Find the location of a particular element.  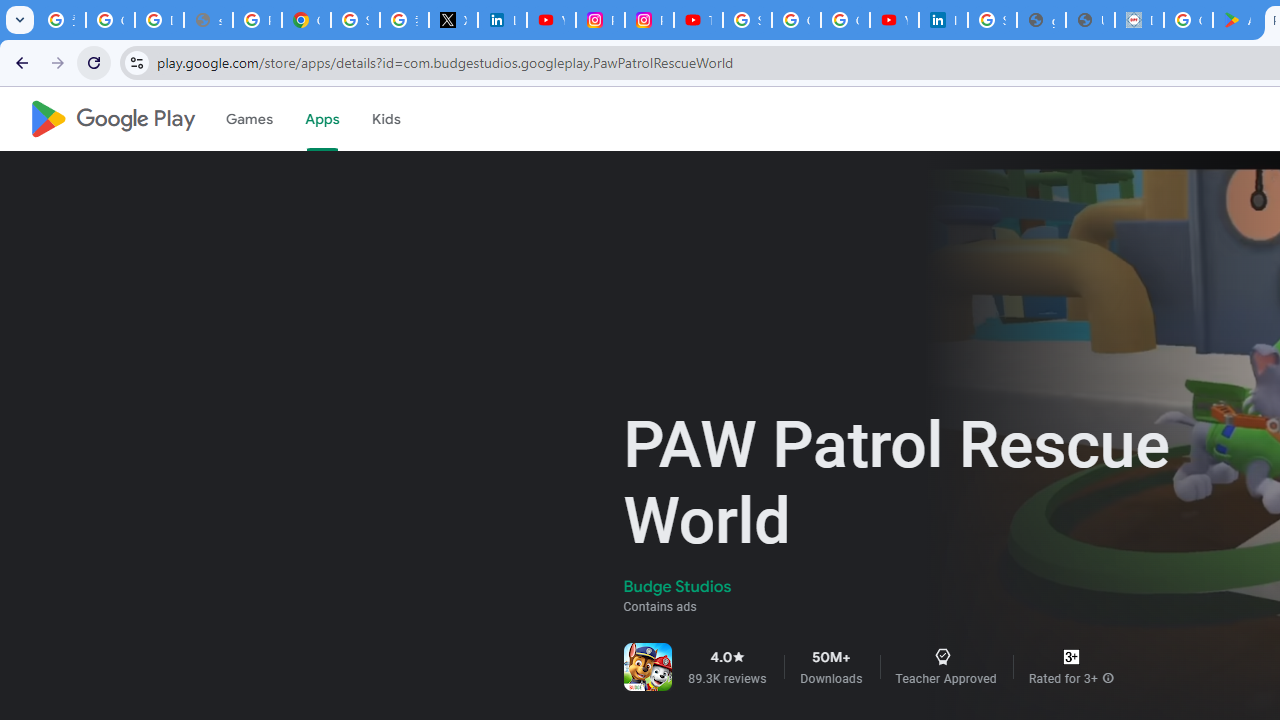

'LinkedIn Privacy Policy' is located at coordinates (502, 20).